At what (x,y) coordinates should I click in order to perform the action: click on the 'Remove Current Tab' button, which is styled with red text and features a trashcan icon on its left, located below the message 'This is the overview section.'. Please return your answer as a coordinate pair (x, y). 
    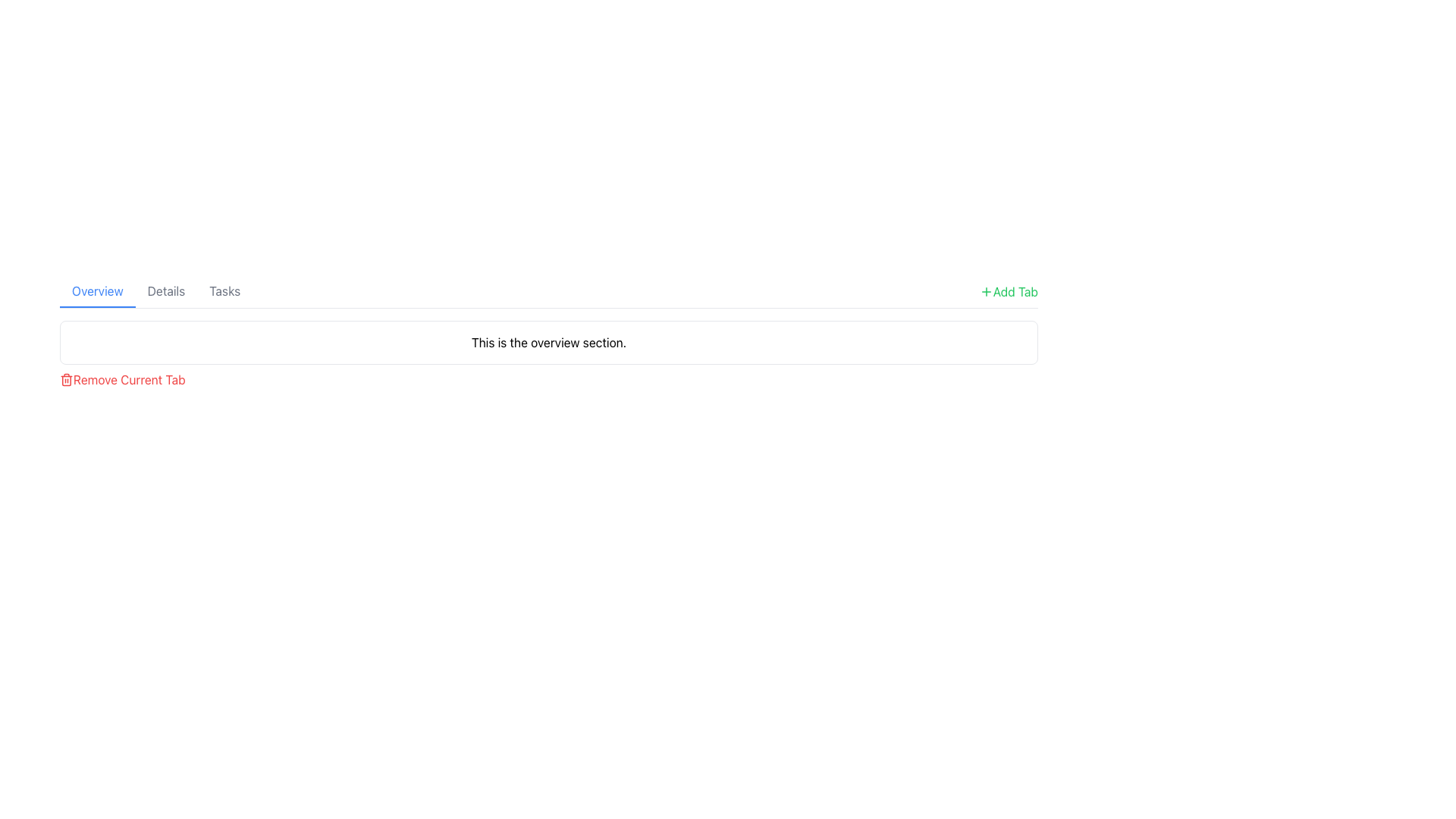
    Looking at the image, I should click on (122, 379).